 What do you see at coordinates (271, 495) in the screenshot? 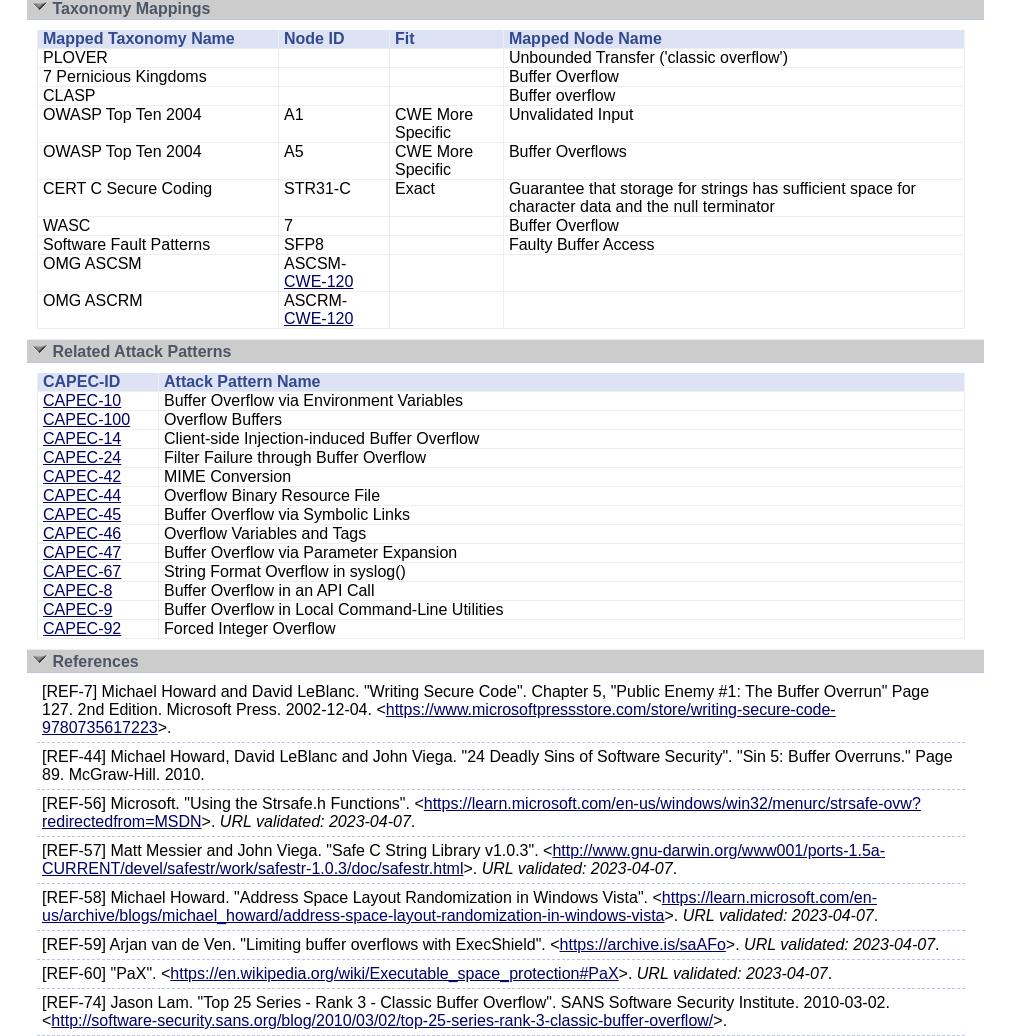
I see `'Overflow Binary Resource File'` at bounding box center [271, 495].